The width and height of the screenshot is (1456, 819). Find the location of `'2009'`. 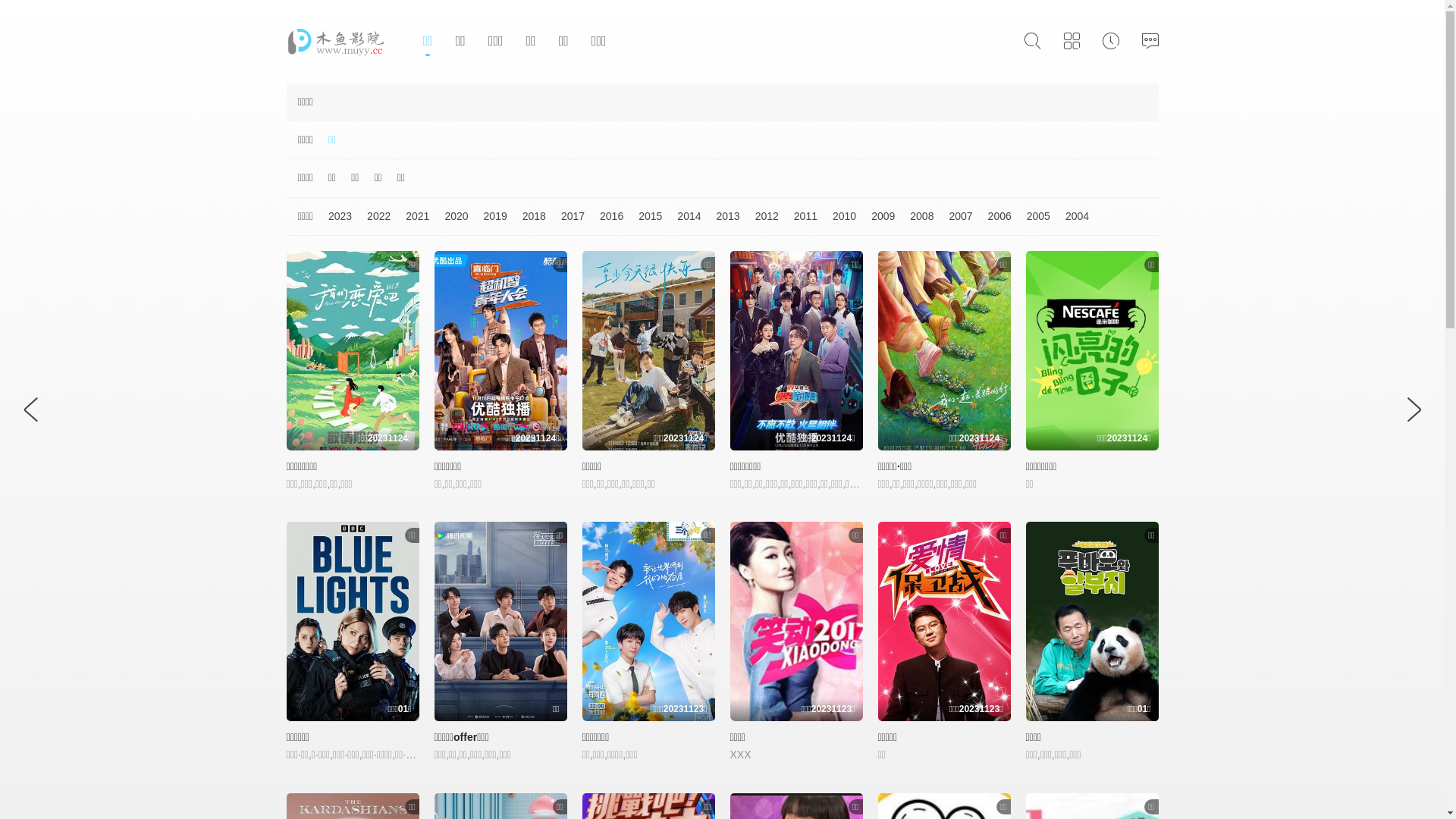

'2009' is located at coordinates (875, 216).